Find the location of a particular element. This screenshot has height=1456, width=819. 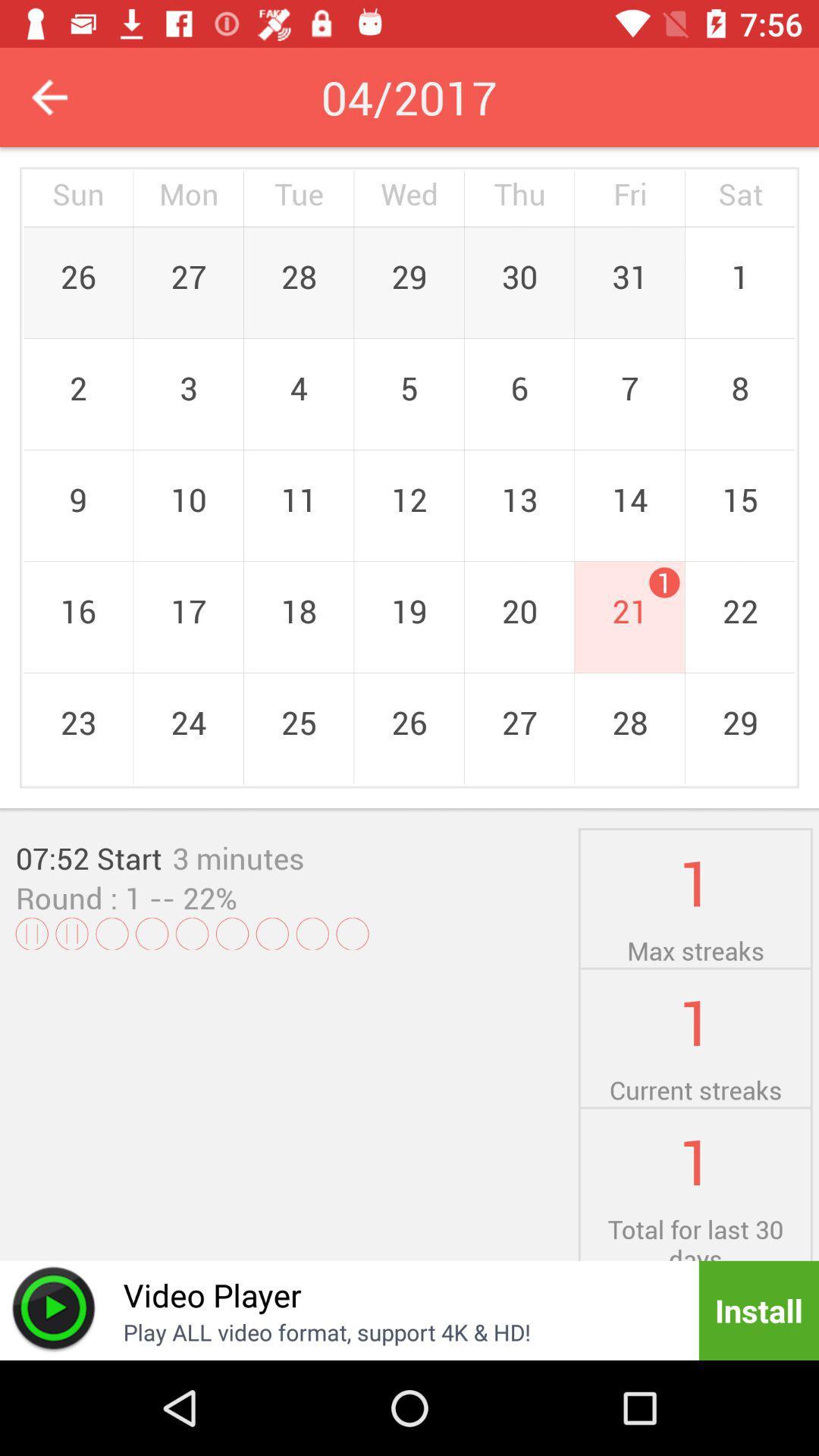

the icon below the round : 1 icon is located at coordinates (289, 933).